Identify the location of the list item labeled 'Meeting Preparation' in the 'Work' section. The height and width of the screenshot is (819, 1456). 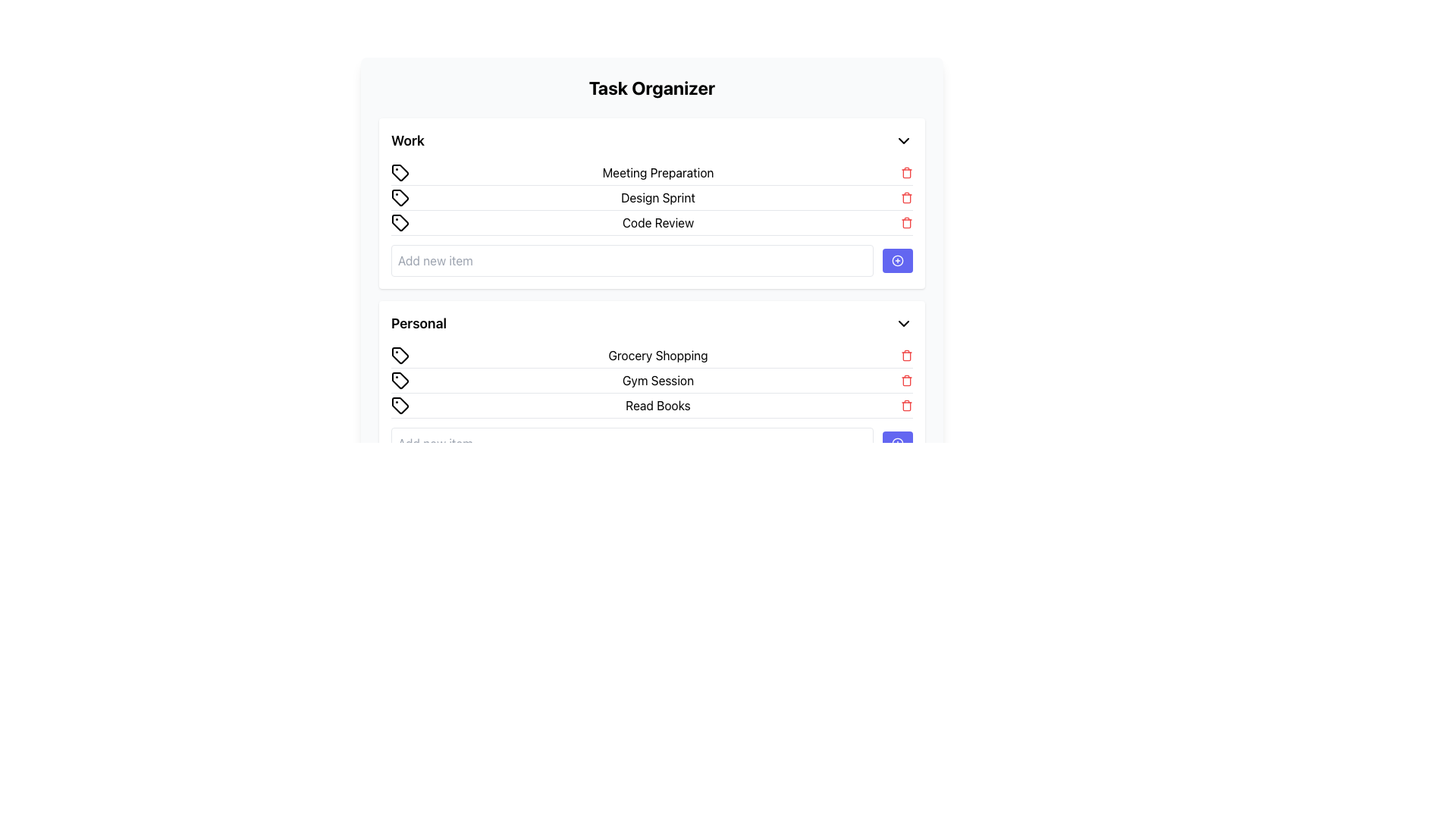
(651, 172).